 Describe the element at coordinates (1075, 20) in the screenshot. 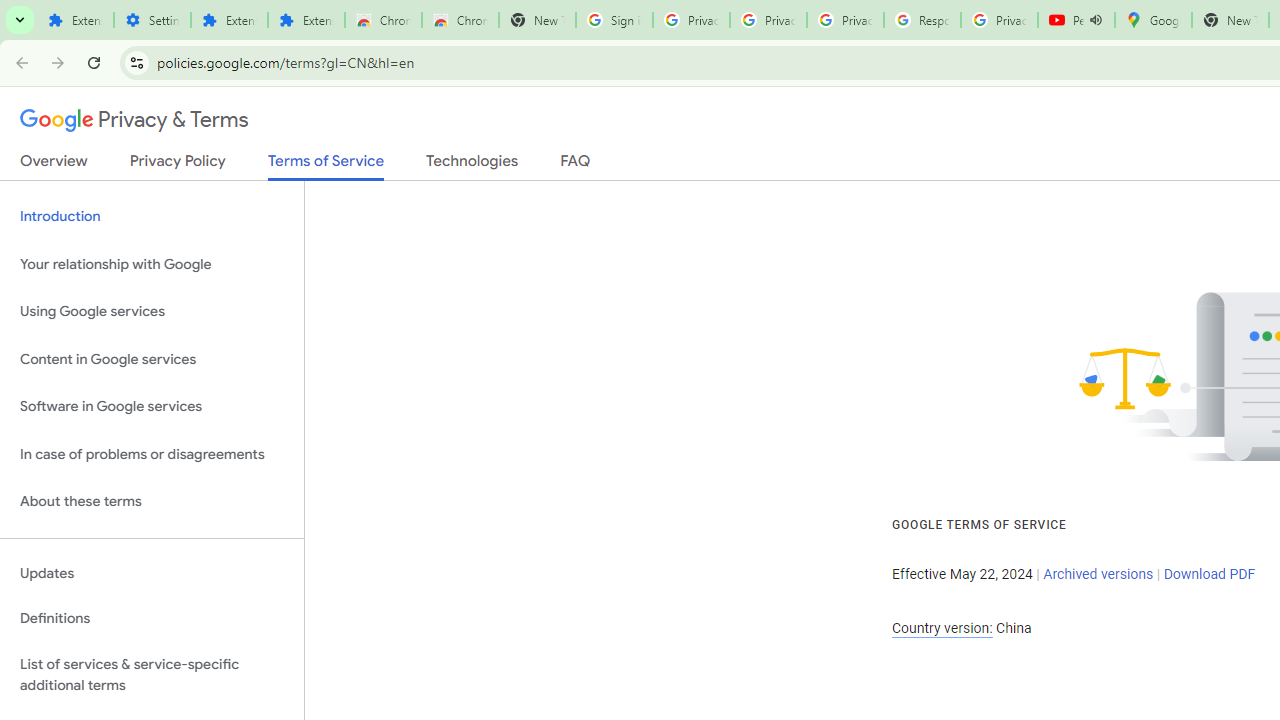

I see `'Personalized AI for you | Gemini - YouTube - Audio playing'` at that location.